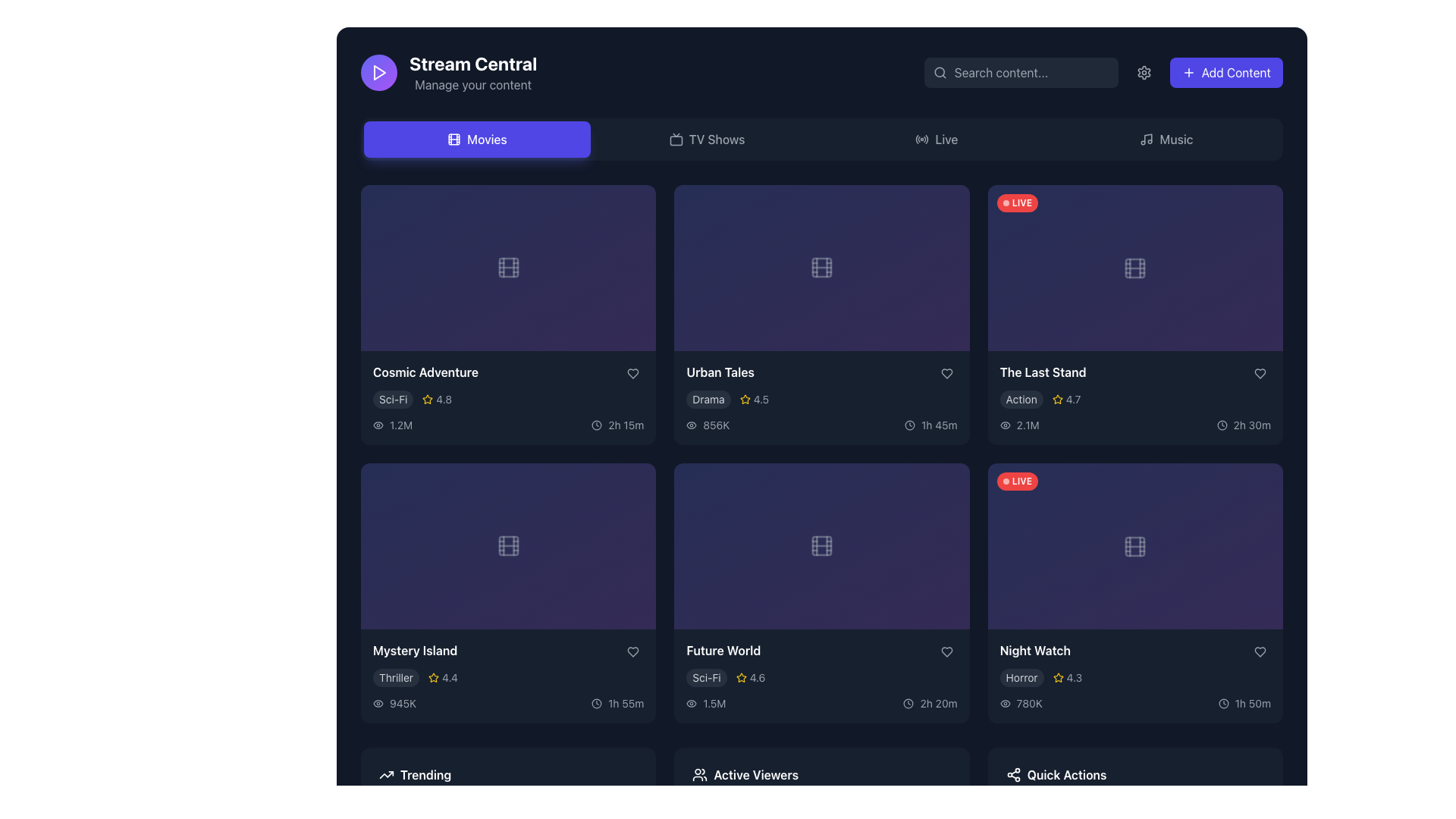  What do you see at coordinates (1260, 651) in the screenshot?
I see `the heart icon button at the bottom-right of the 'Night Watch' movie card to mark it as a favorite` at bounding box center [1260, 651].